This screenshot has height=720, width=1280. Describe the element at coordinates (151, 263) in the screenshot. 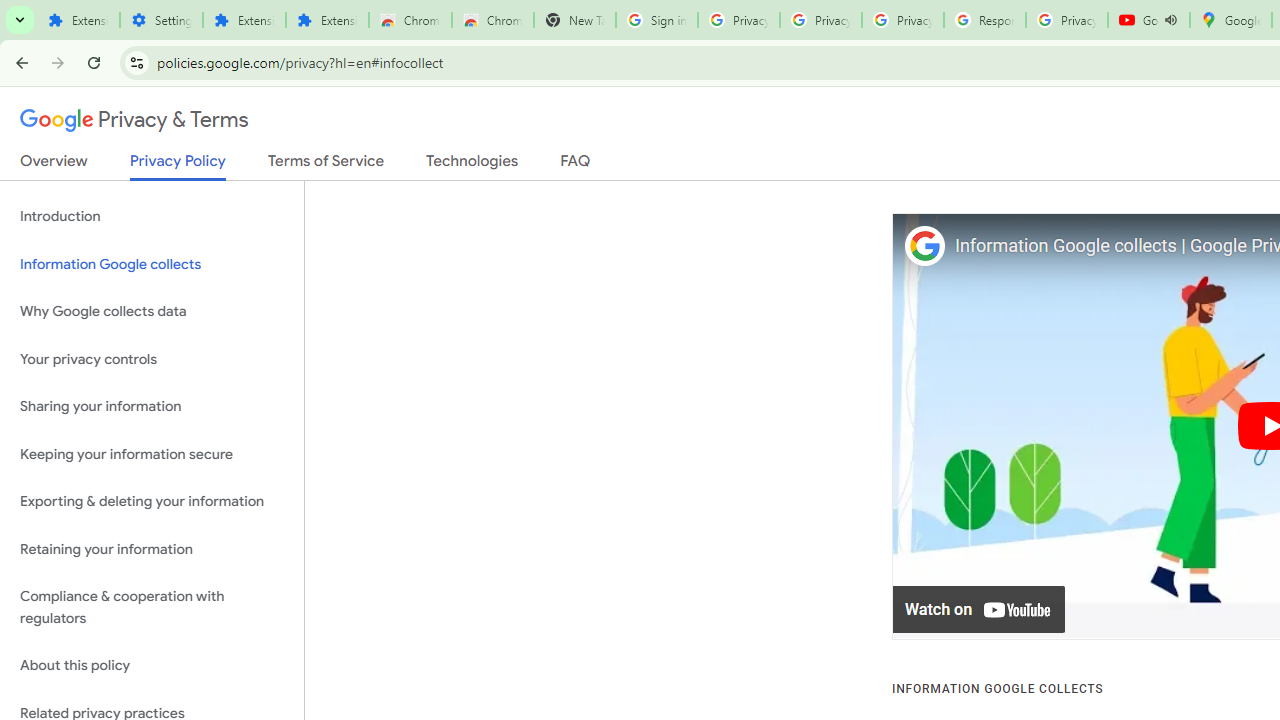

I see `'Information Google collects'` at that location.